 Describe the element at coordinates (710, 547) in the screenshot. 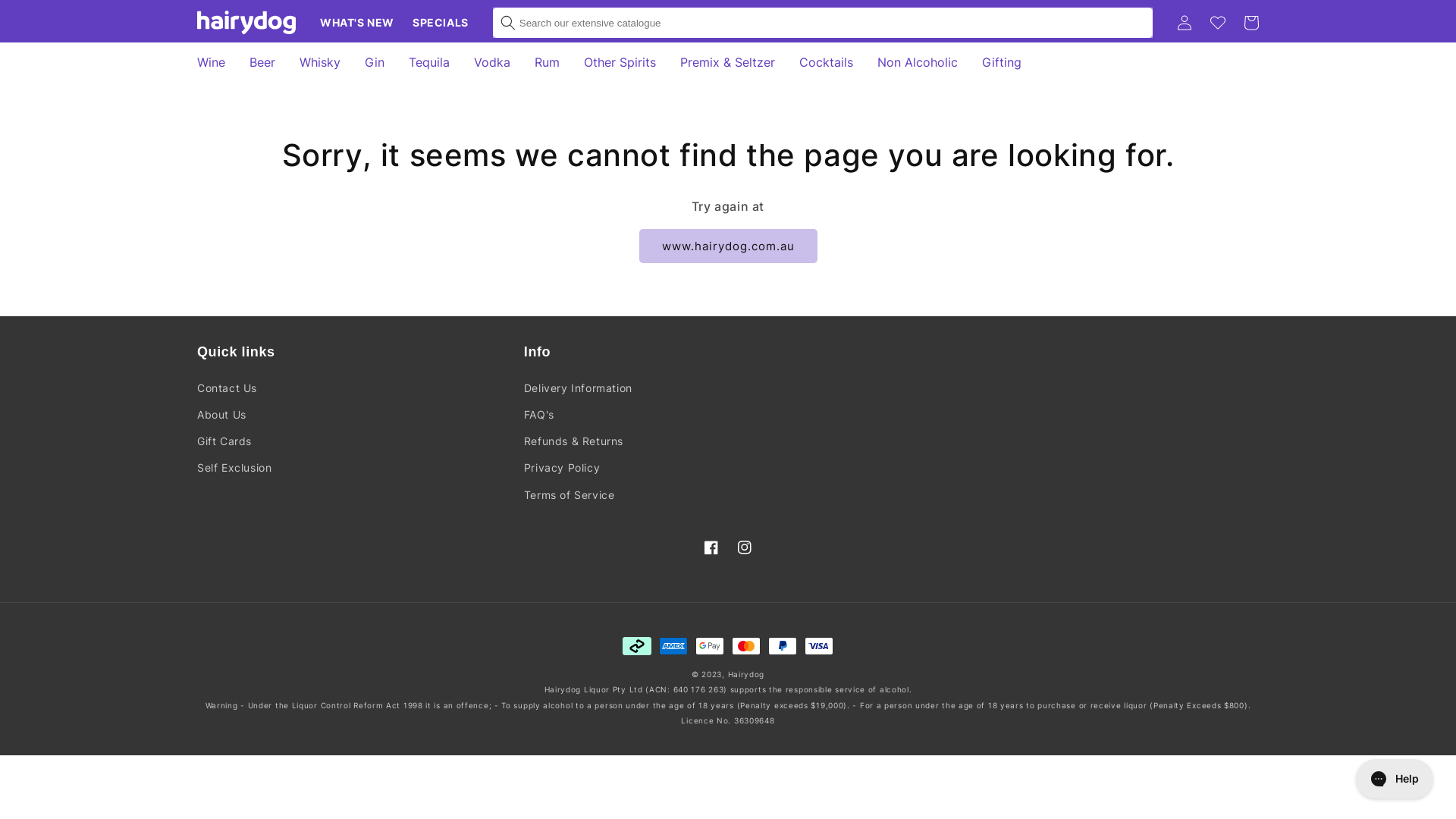

I see `'Facebook'` at that location.